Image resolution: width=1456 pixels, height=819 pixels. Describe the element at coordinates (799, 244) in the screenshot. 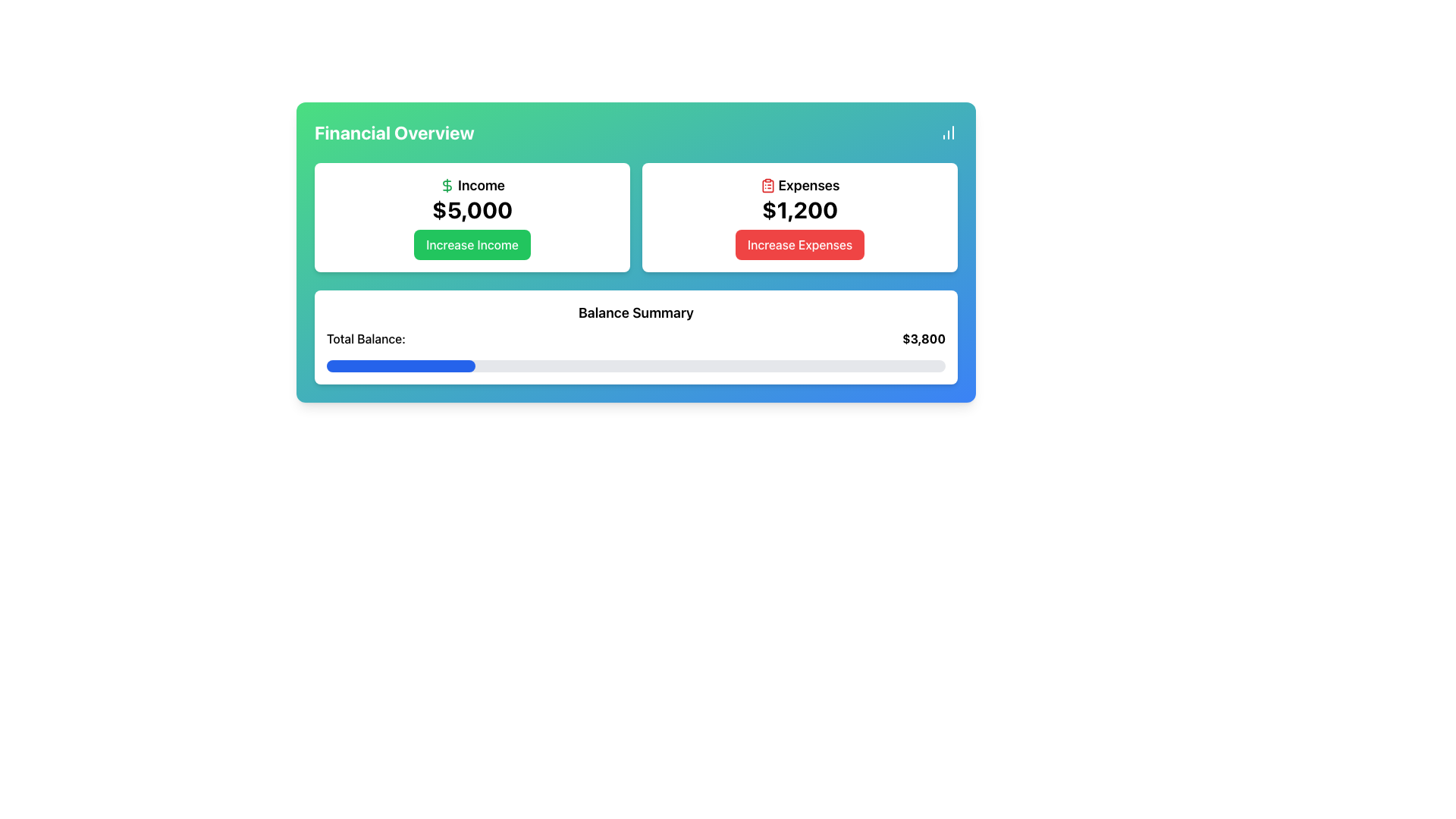

I see `the red button labeled 'Increase Expenses'` at that location.